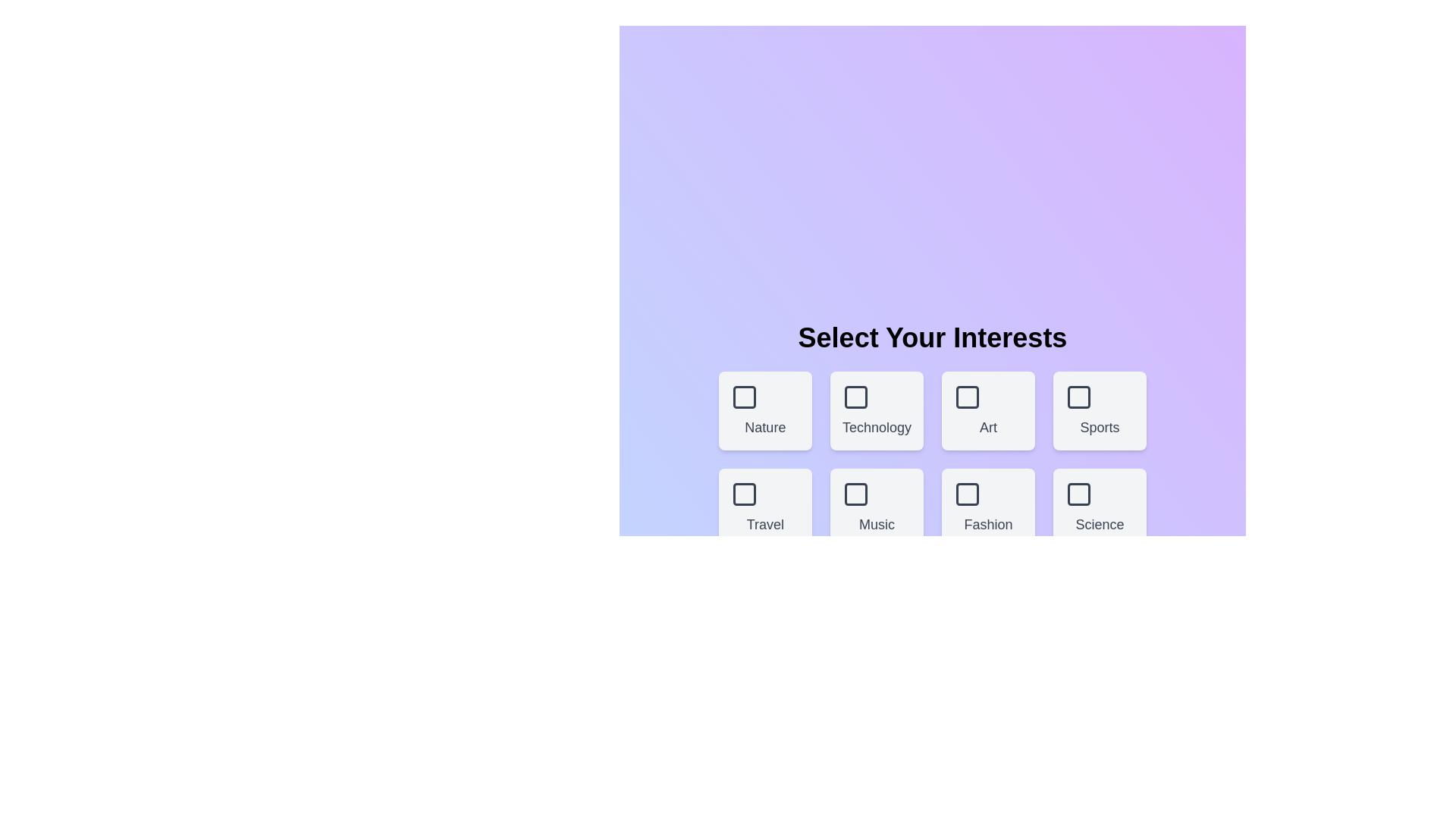 Image resolution: width=1456 pixels, height=819 pixels. What do you see at coordinates (1100, 411) in the screenshot?
I see `the theme box labeled Sports` at bounding box center [1100, 411].